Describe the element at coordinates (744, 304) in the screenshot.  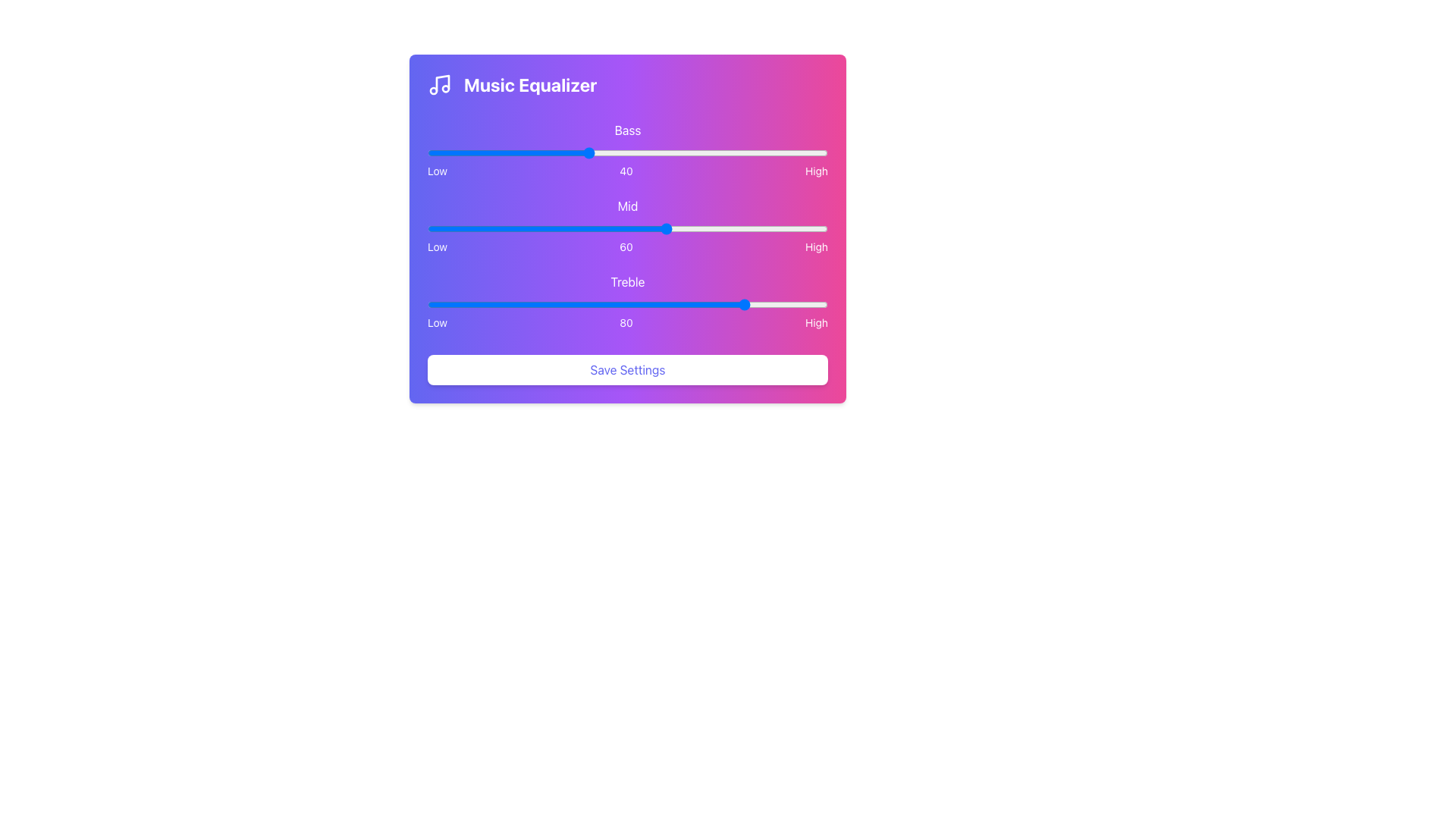
I see `the treble level` at that location.